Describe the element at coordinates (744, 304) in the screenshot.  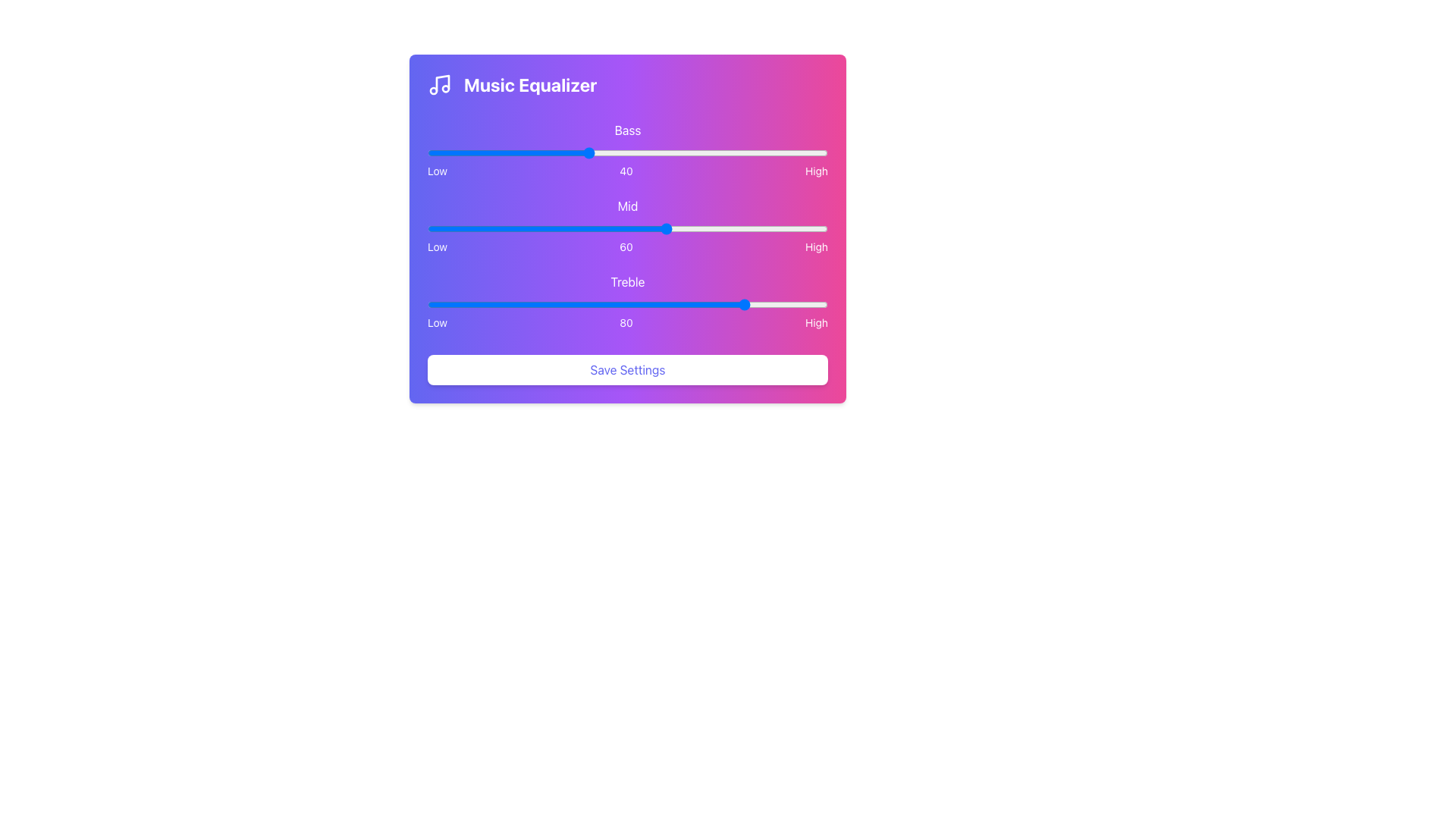
I see `the treble level` at that location.